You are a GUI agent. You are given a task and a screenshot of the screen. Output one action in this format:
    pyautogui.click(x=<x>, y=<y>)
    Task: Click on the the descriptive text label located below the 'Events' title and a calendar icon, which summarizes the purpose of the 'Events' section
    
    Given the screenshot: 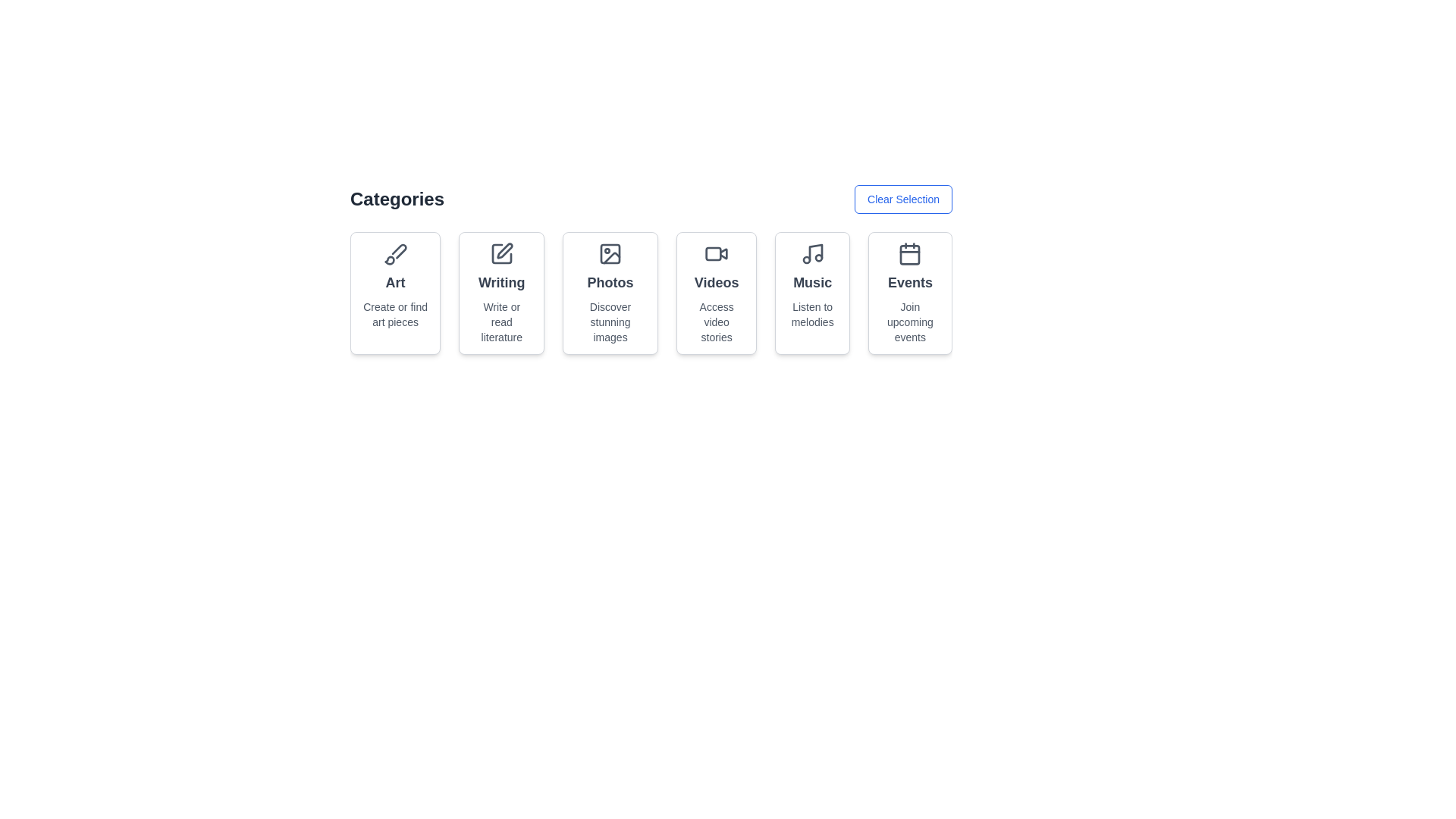 What is the action you would take?
    pyautogui.click(x=910, y=321)
    